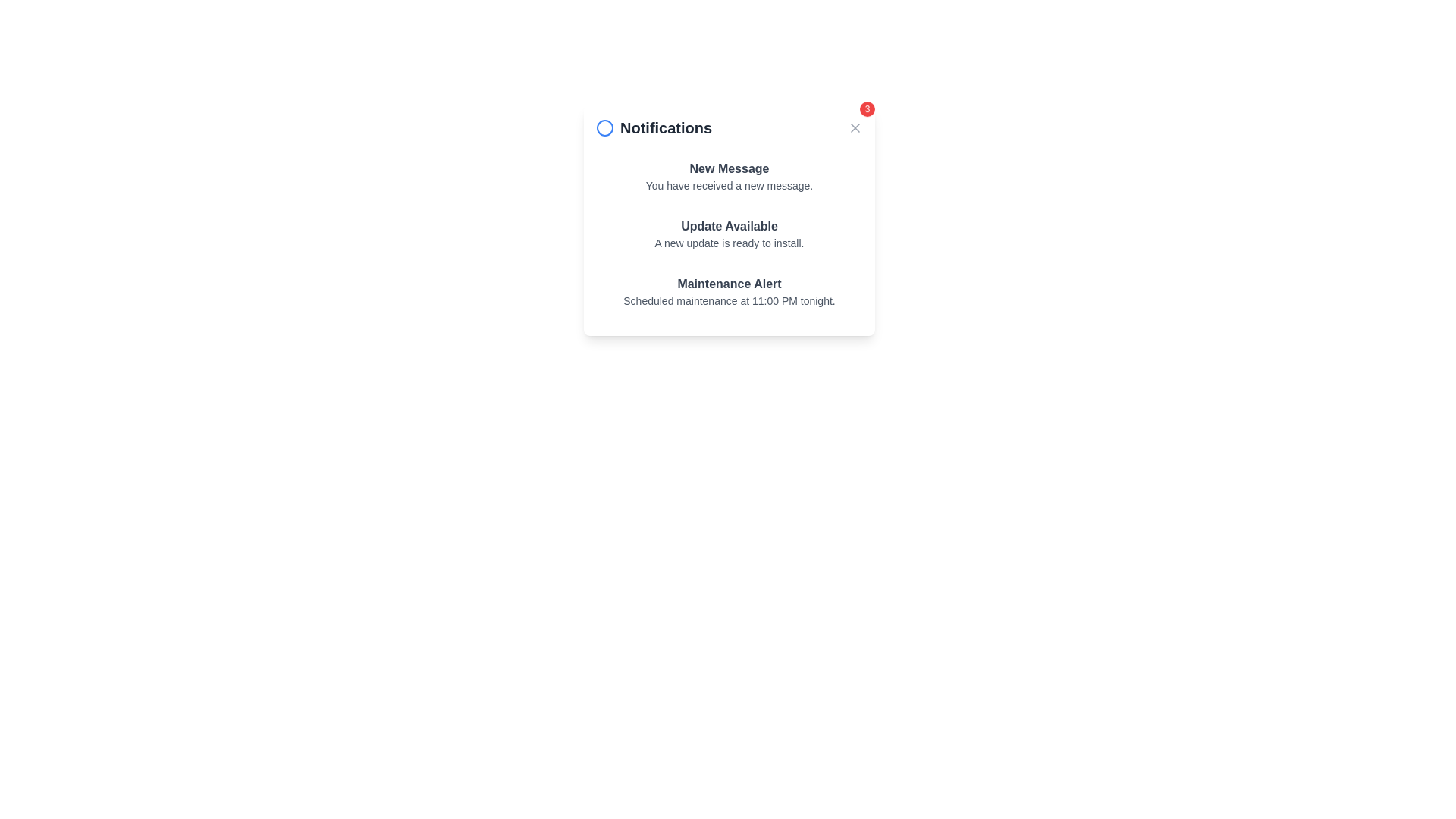 The image size is (1456, 819). What do you see at coordinates (729, 220) in the screenshot?
I see `second notification in the popup about the software update that is ready to be installed` at bounding box center [729, 220].